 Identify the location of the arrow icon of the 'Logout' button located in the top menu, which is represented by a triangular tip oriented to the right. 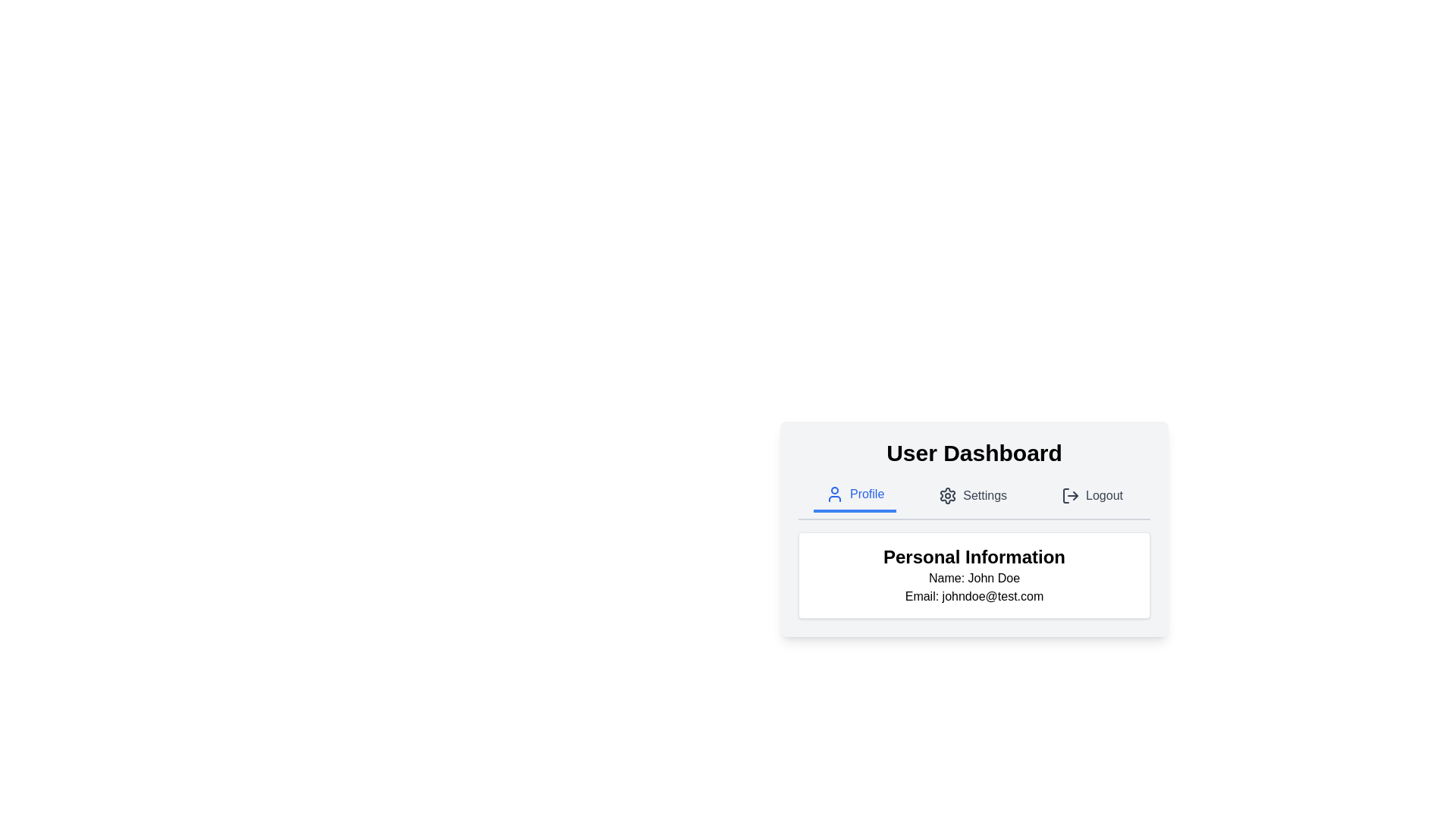
(1075, 496).